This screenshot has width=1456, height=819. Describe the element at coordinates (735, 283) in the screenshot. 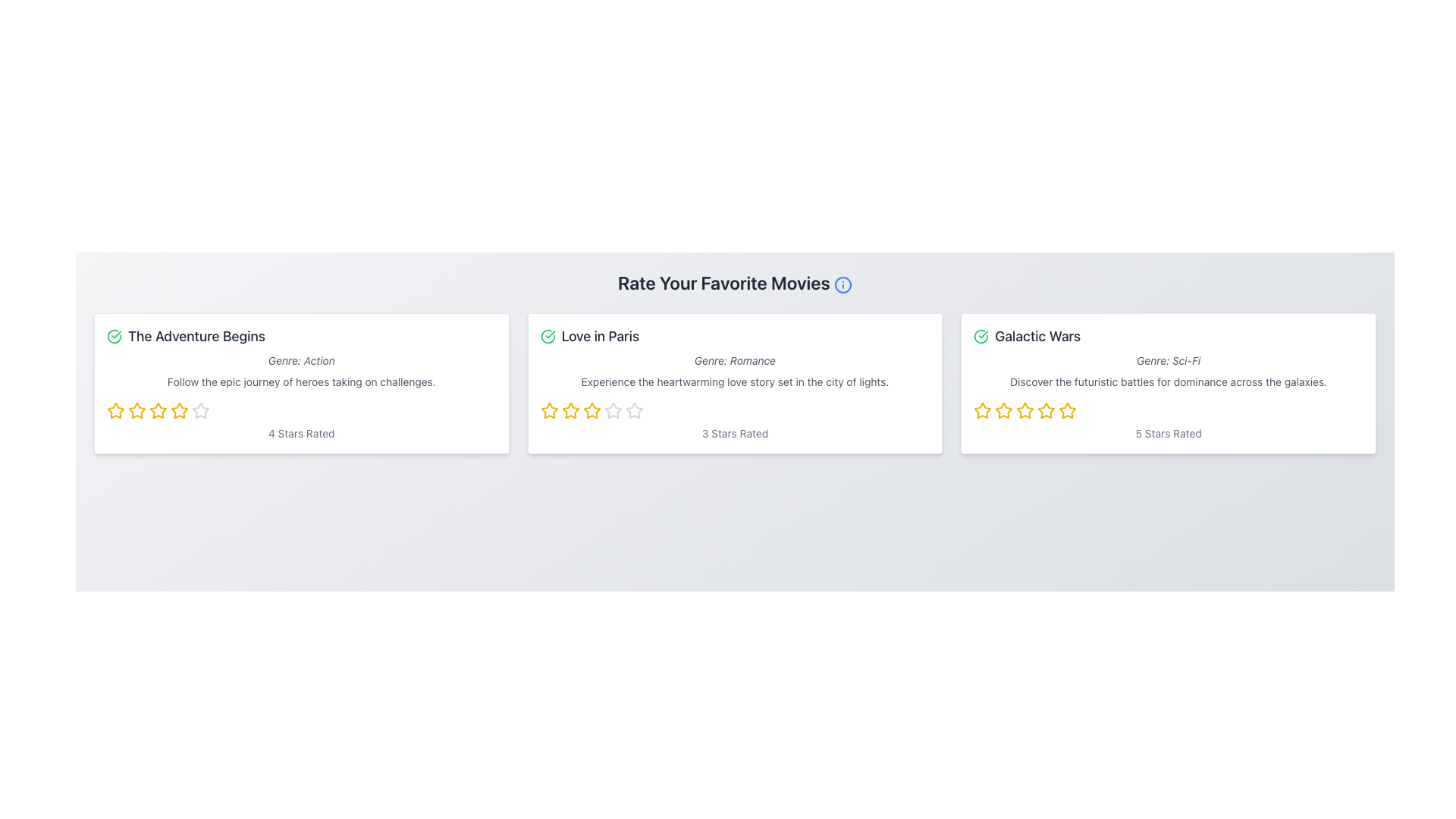

I see `heading text that introduces the section about rating movies, located centrally at the top of the content area` at that location.